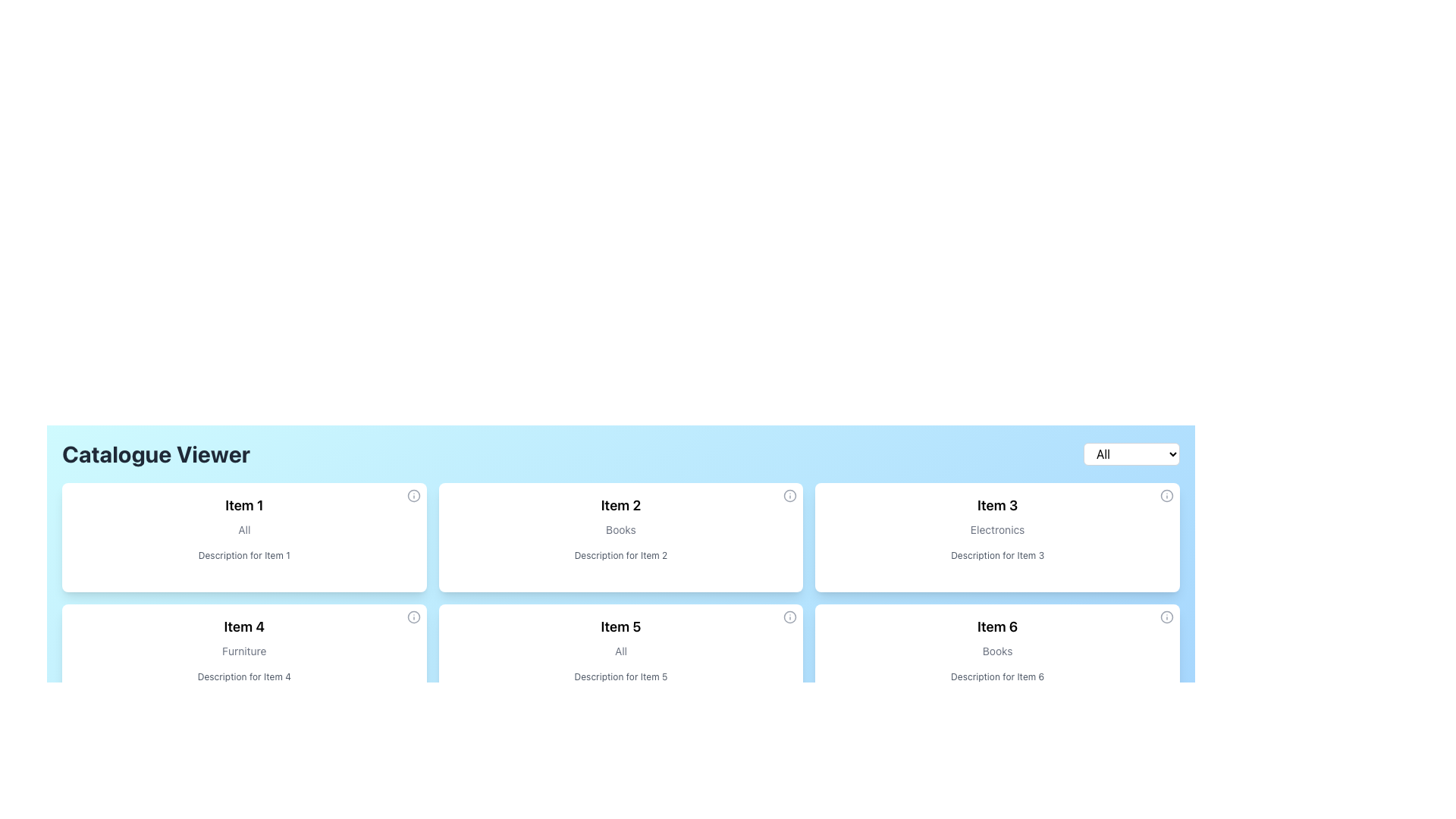  I want to click on the card labeled 'Item 6' in the bottom row of the grid, so click(997, 657).